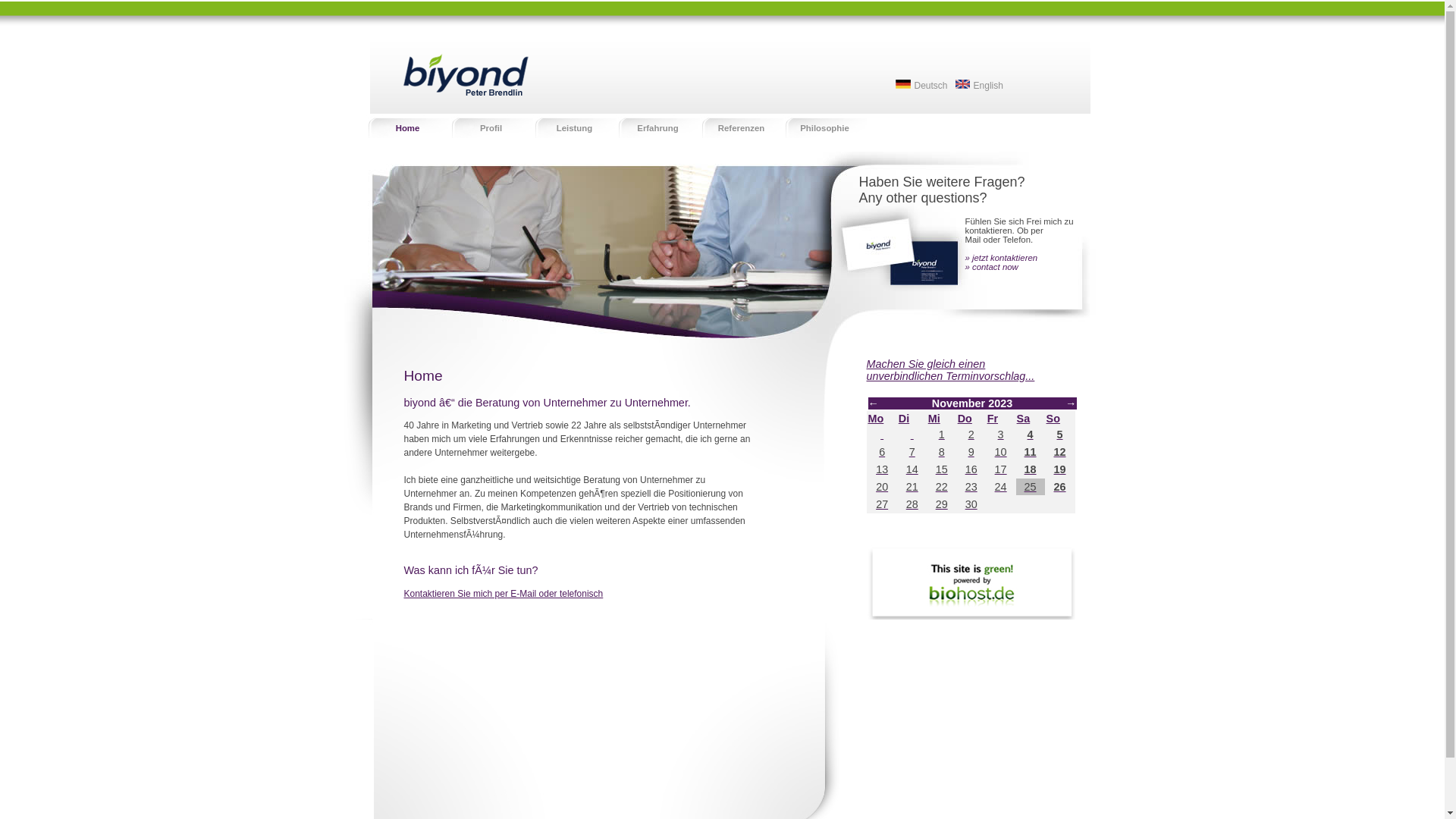  Describe the element at coordinates (741, 125) in the screenshot. I see `'Referenzen'` at that location.